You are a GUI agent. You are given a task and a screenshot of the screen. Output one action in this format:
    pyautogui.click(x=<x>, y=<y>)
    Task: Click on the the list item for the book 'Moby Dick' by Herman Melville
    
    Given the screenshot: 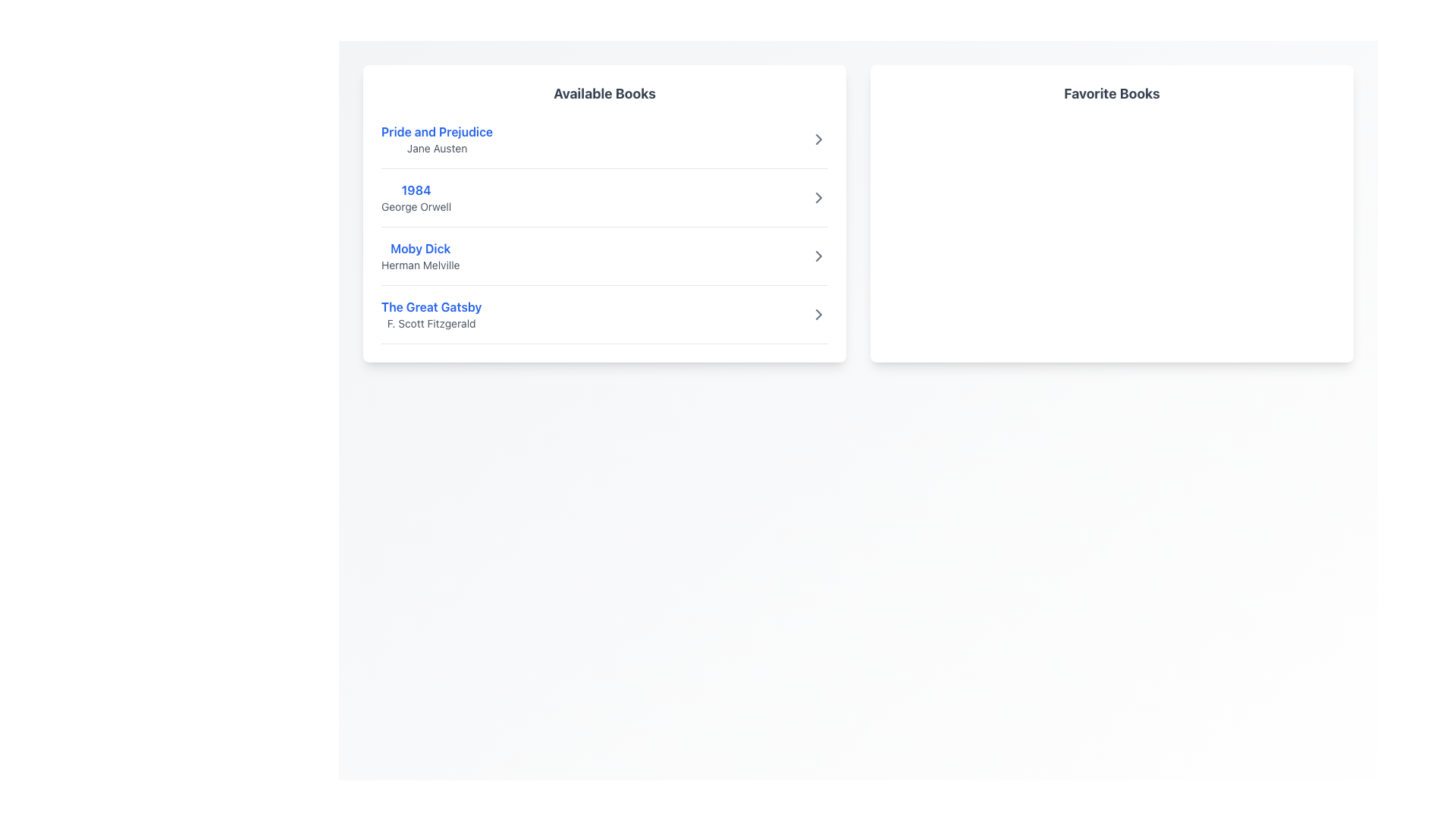 What is the action you would take?
    pyautogui.click(x=604, y=262)
    